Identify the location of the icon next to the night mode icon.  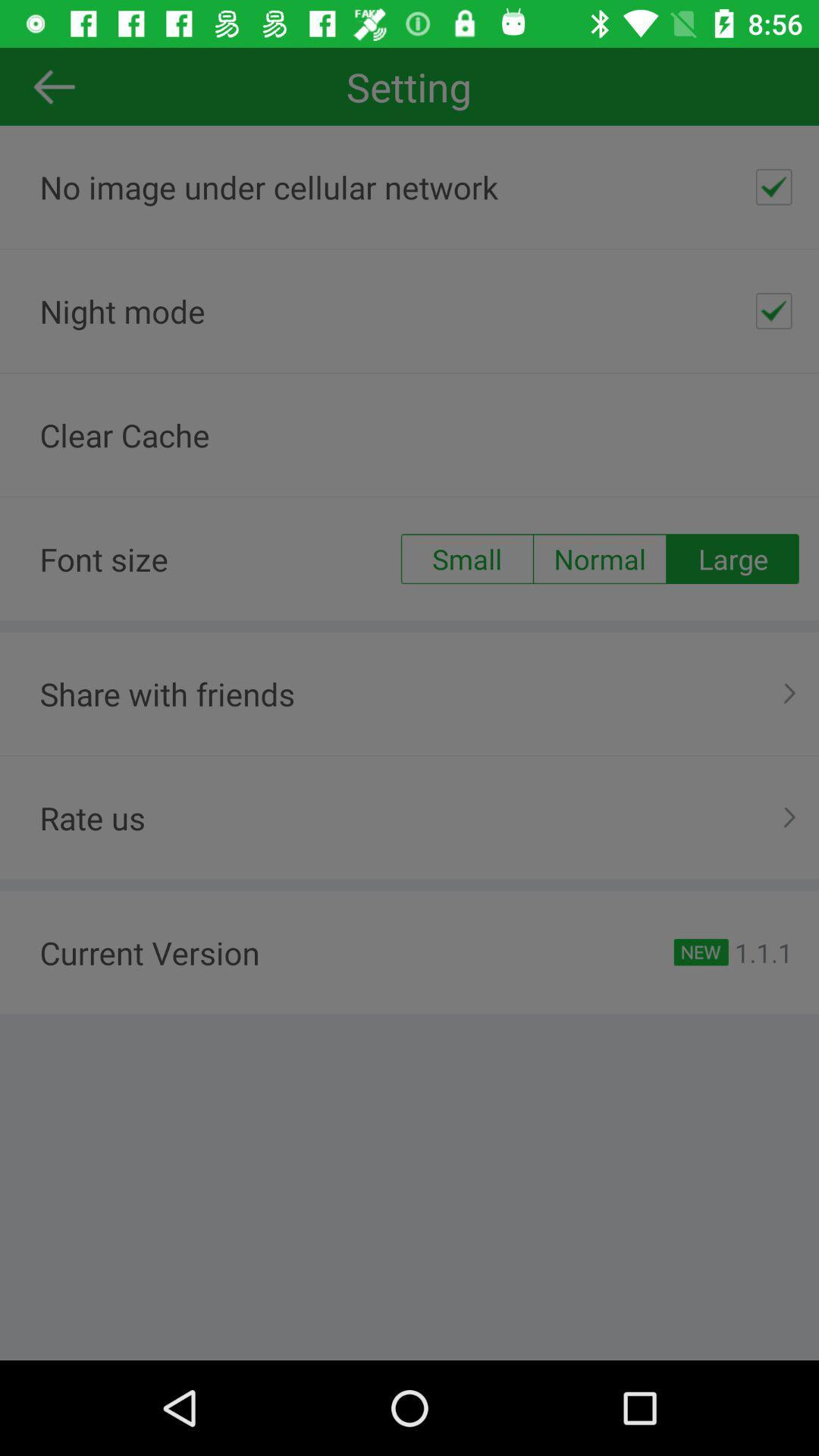
(773, 310).